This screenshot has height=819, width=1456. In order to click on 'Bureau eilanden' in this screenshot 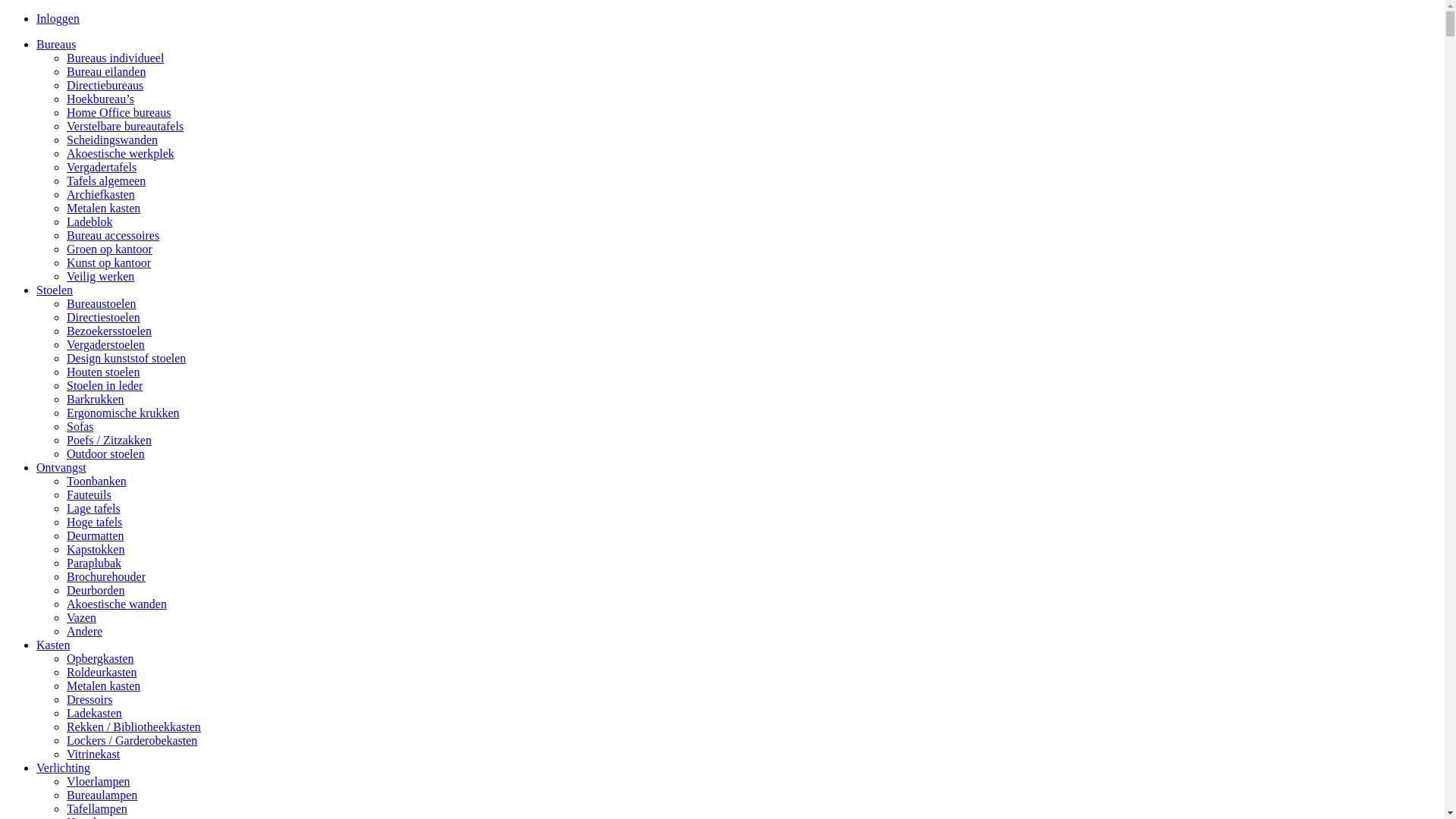, I will do `click(105, 71)`.